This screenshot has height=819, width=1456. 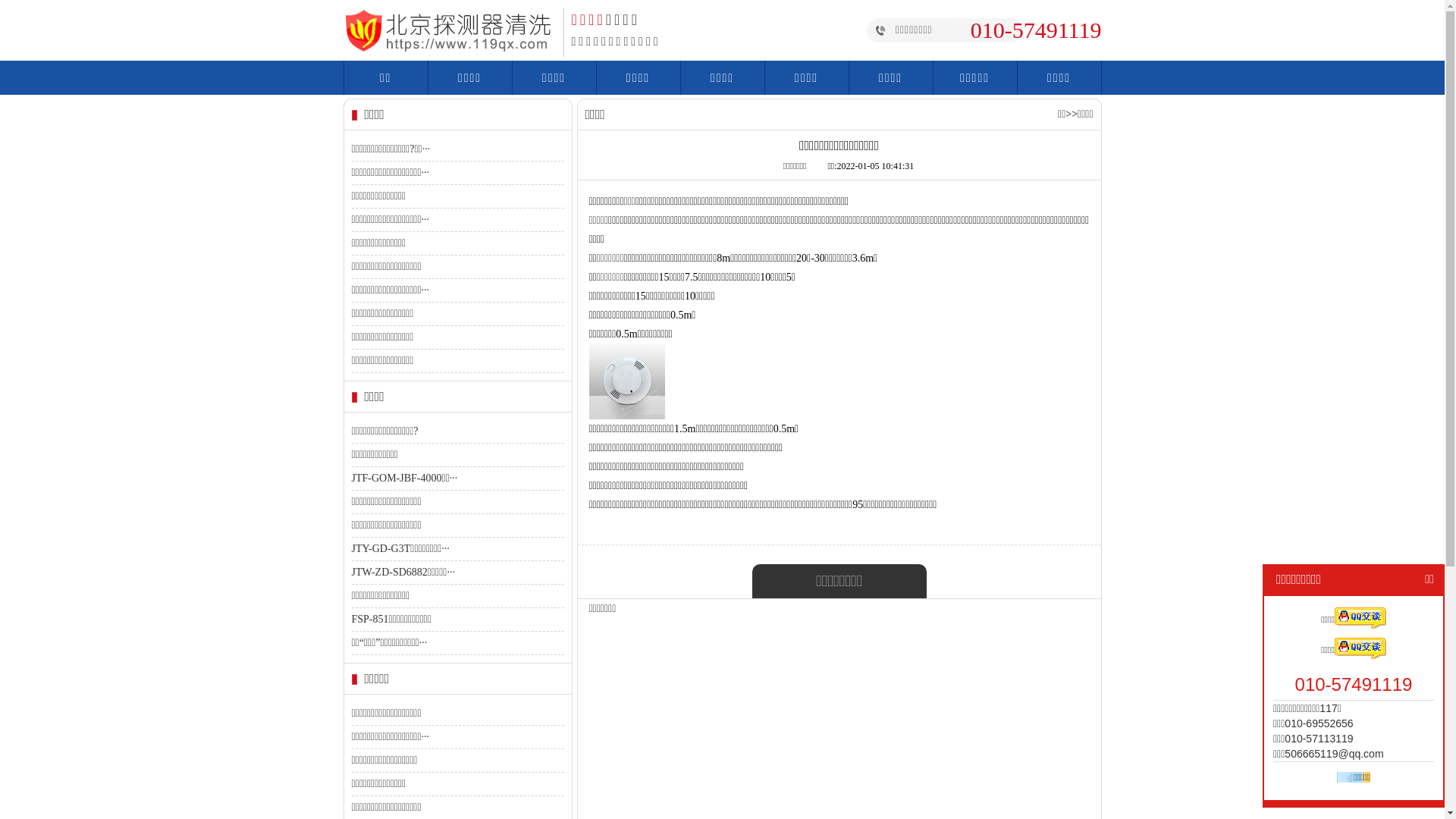 I want to click on '1641353643611577.jpg', so click(x=626, y=380).